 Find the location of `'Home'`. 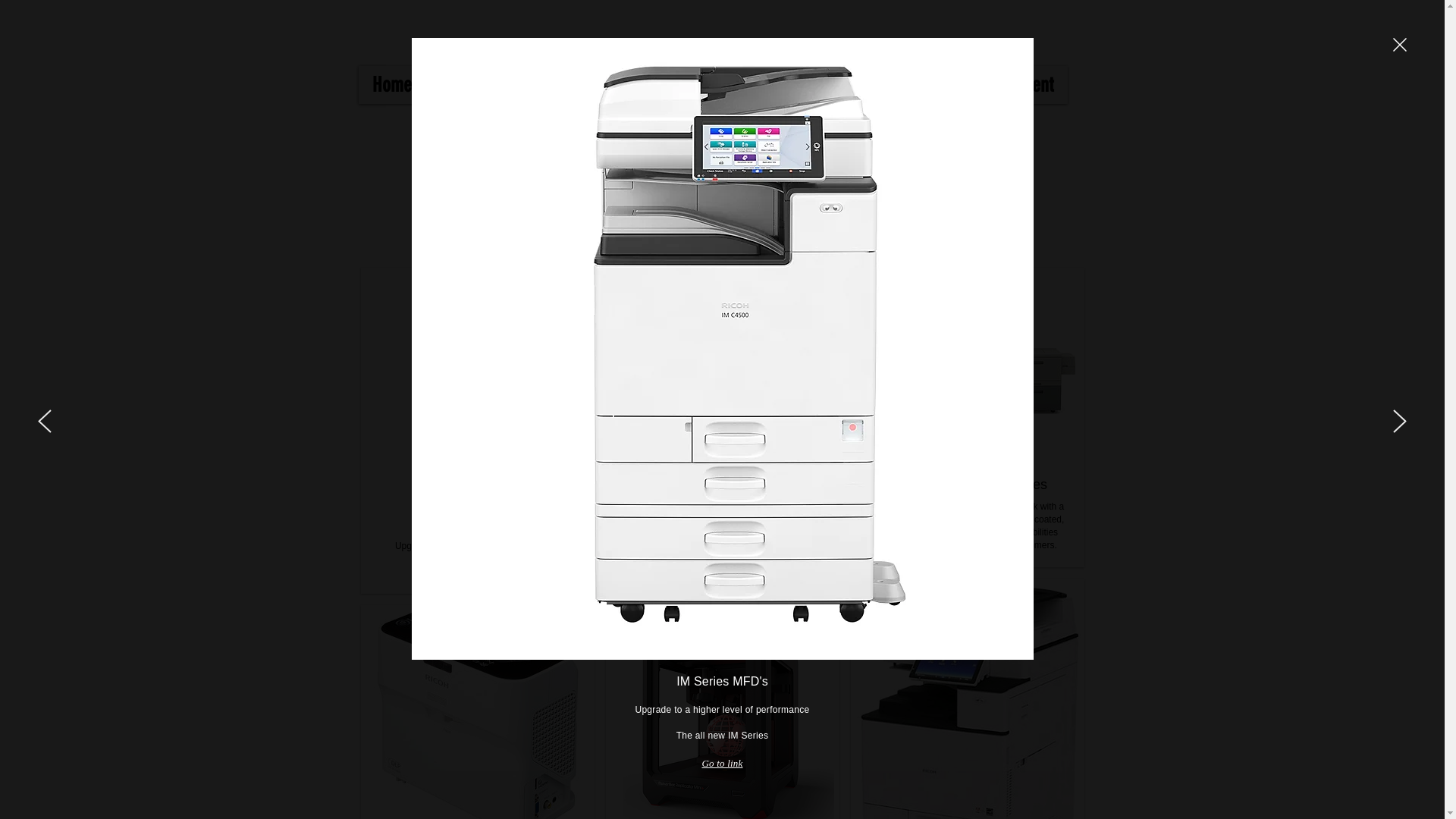

'Home' is located at coordinates (356, 84).